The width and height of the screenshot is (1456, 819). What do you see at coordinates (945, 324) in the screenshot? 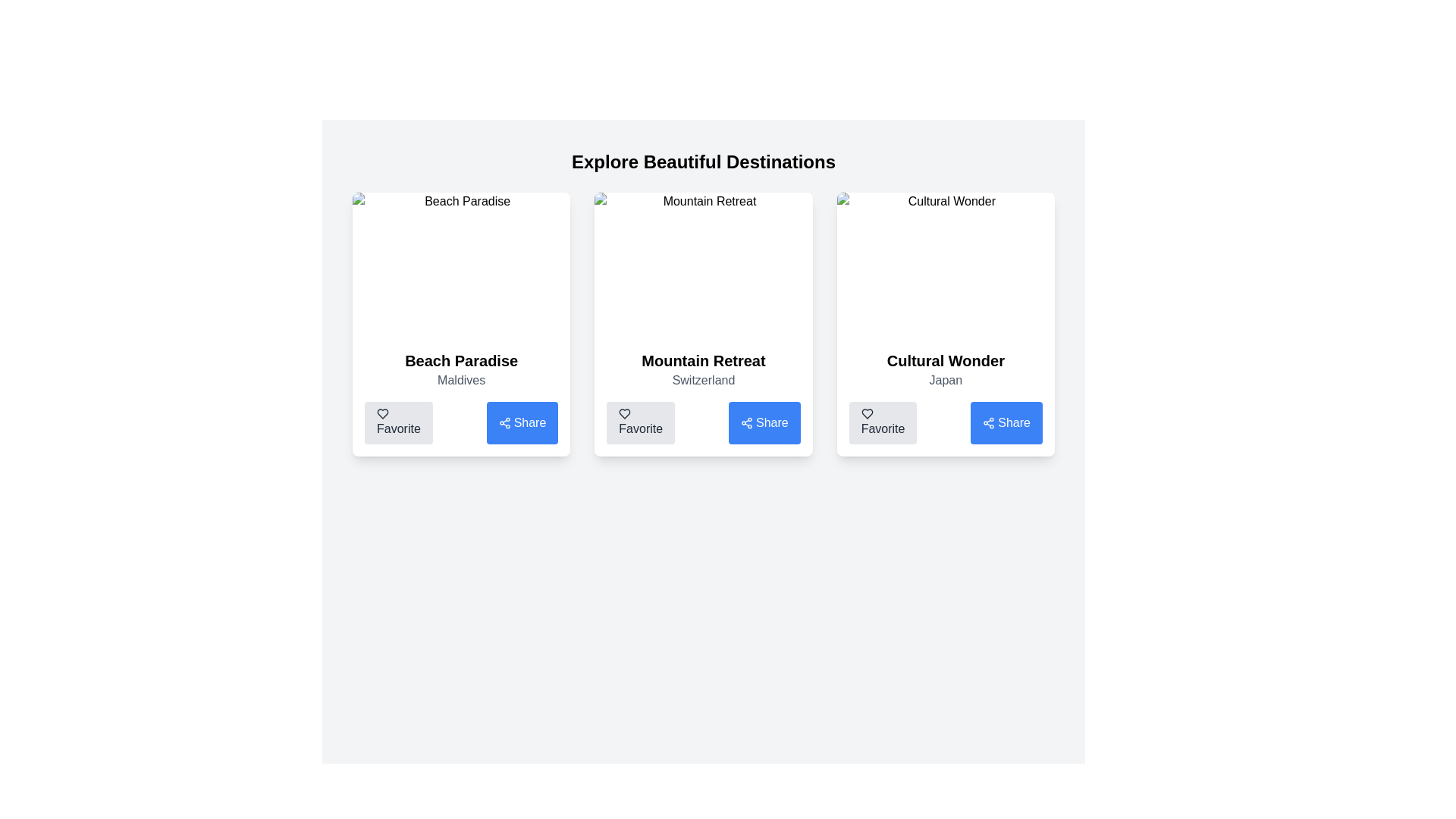
I see `the card labeled 'Cultural Wonder'` at bounding box center [945, 324].